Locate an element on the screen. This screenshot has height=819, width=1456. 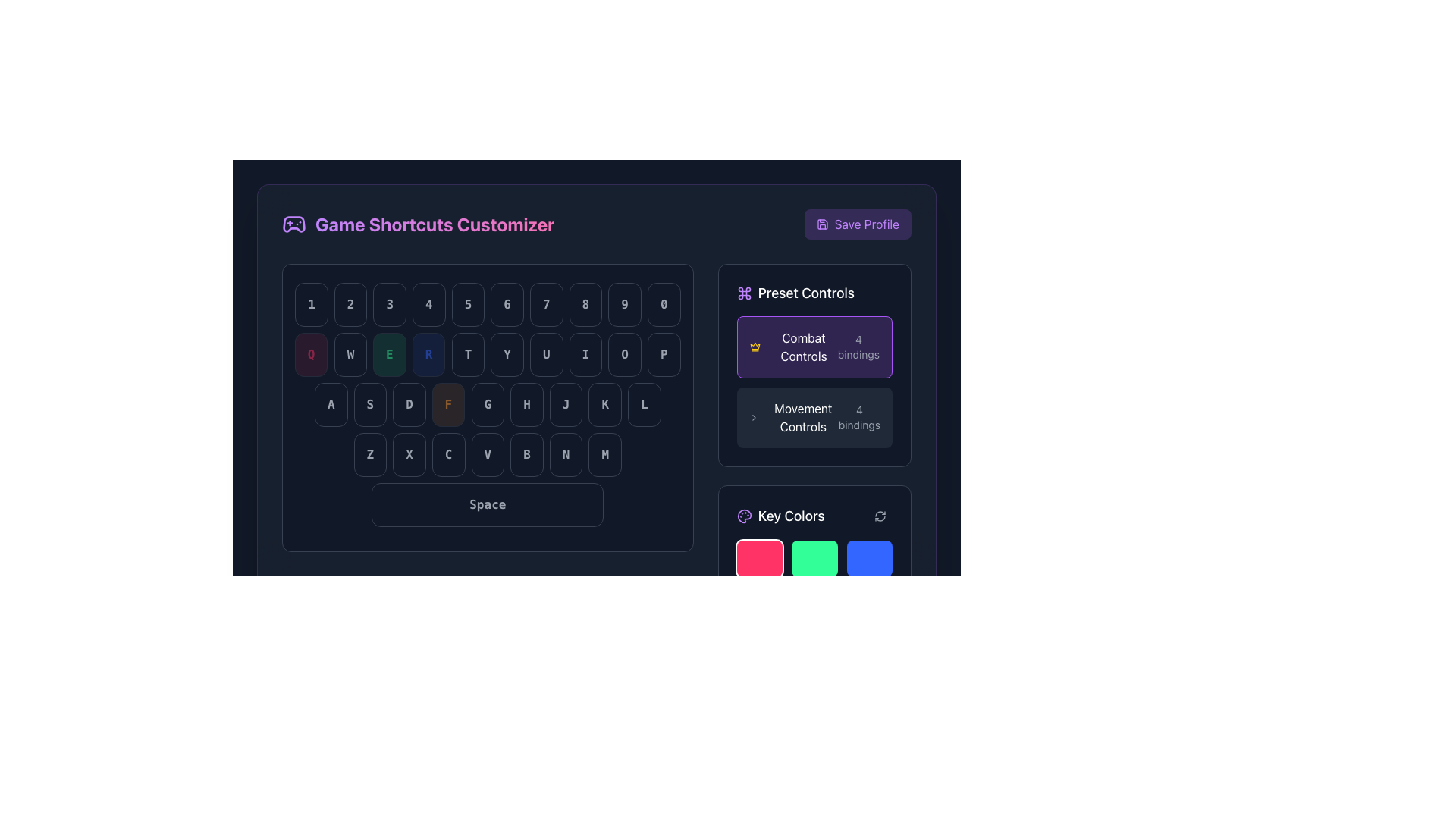
the second button in the first row of the 'Key Colors' section is located at coordinates (814, 558).